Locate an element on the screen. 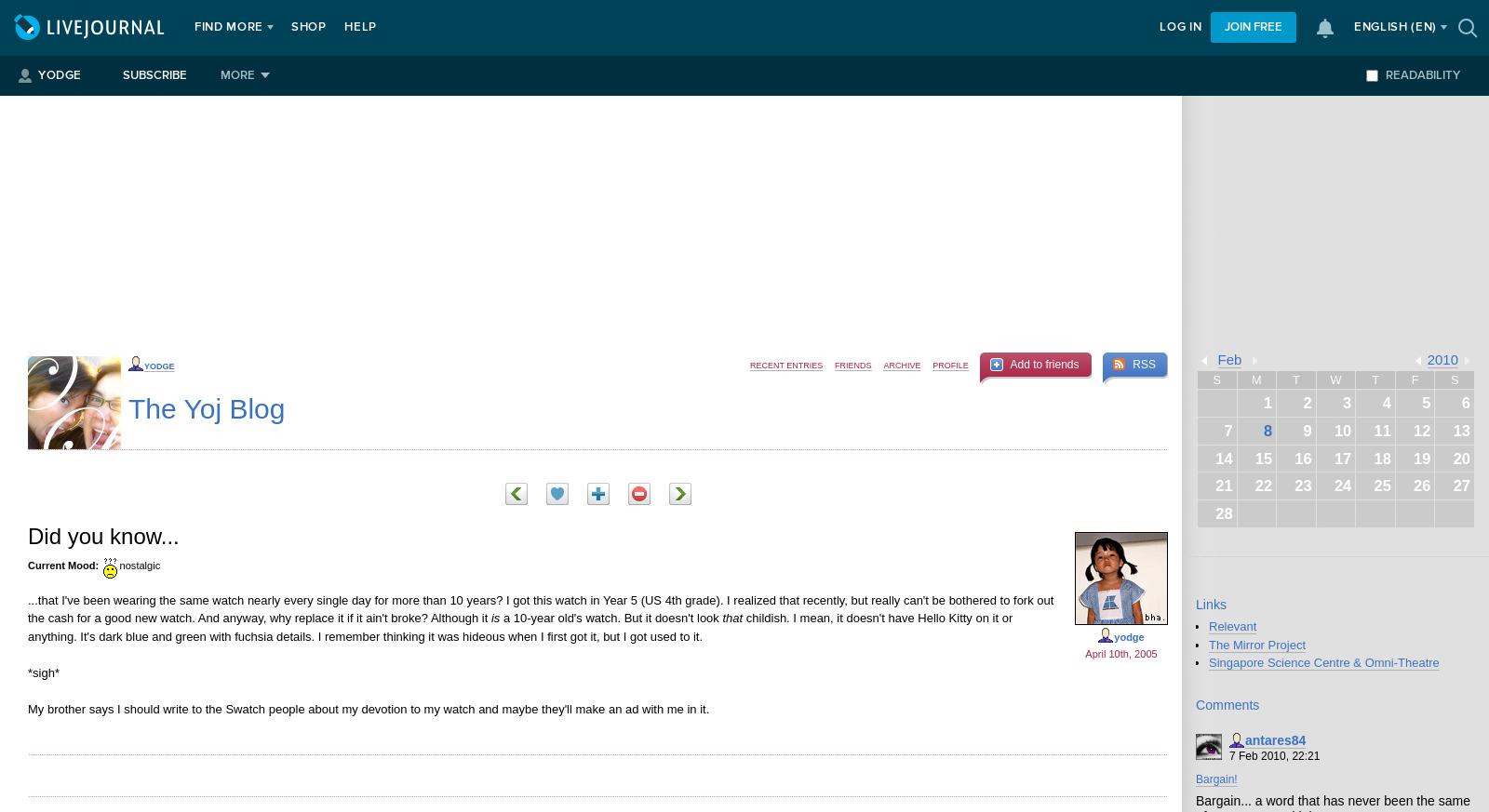 This screenshot has height=812, width=1489. 'Did you know...' is located at coordinates (102, 535).